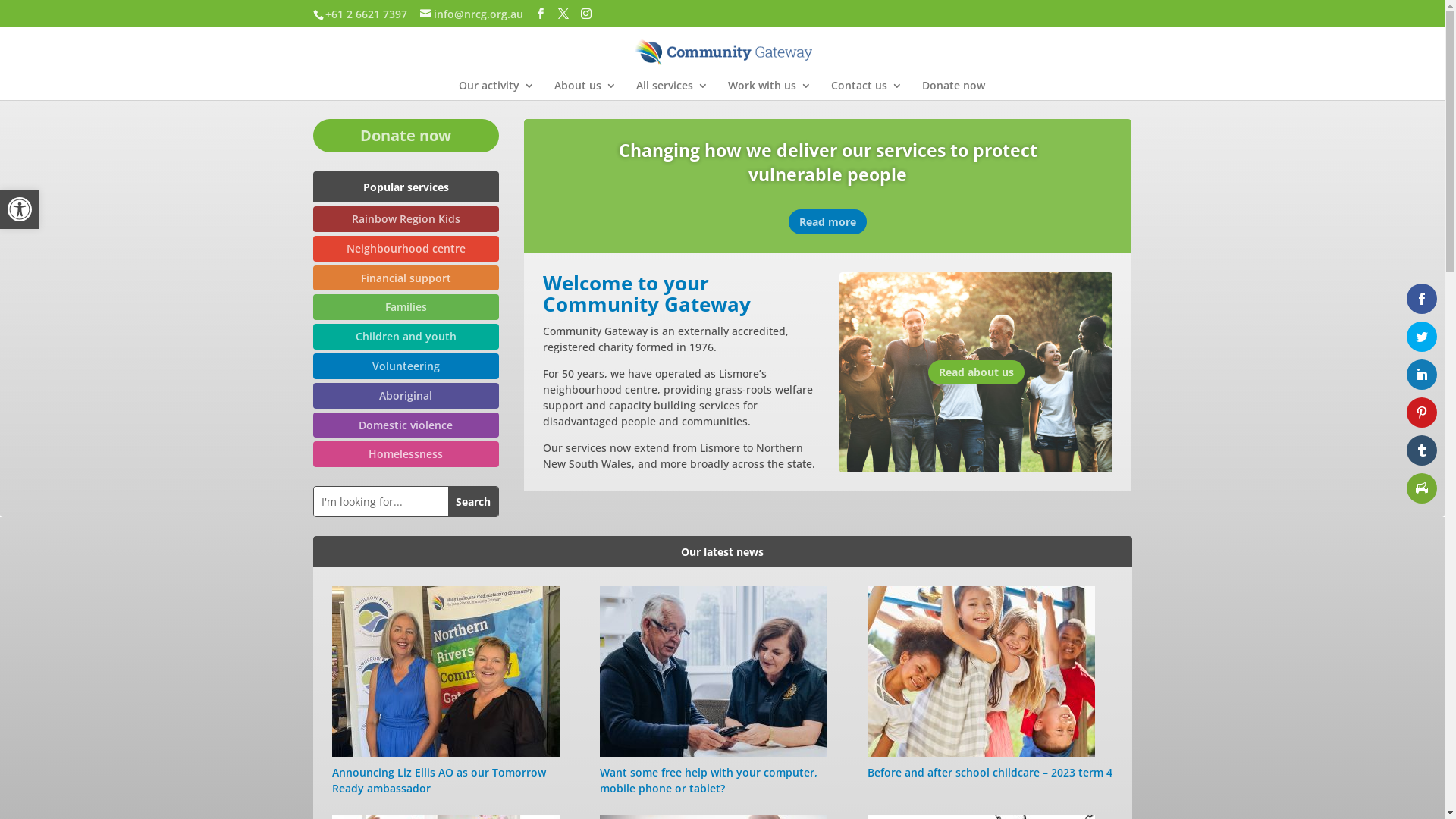 The image size is (1456, 819). Describe the element at coordinates (405, 307) in the screenshot. I see `'Families'` at that location.